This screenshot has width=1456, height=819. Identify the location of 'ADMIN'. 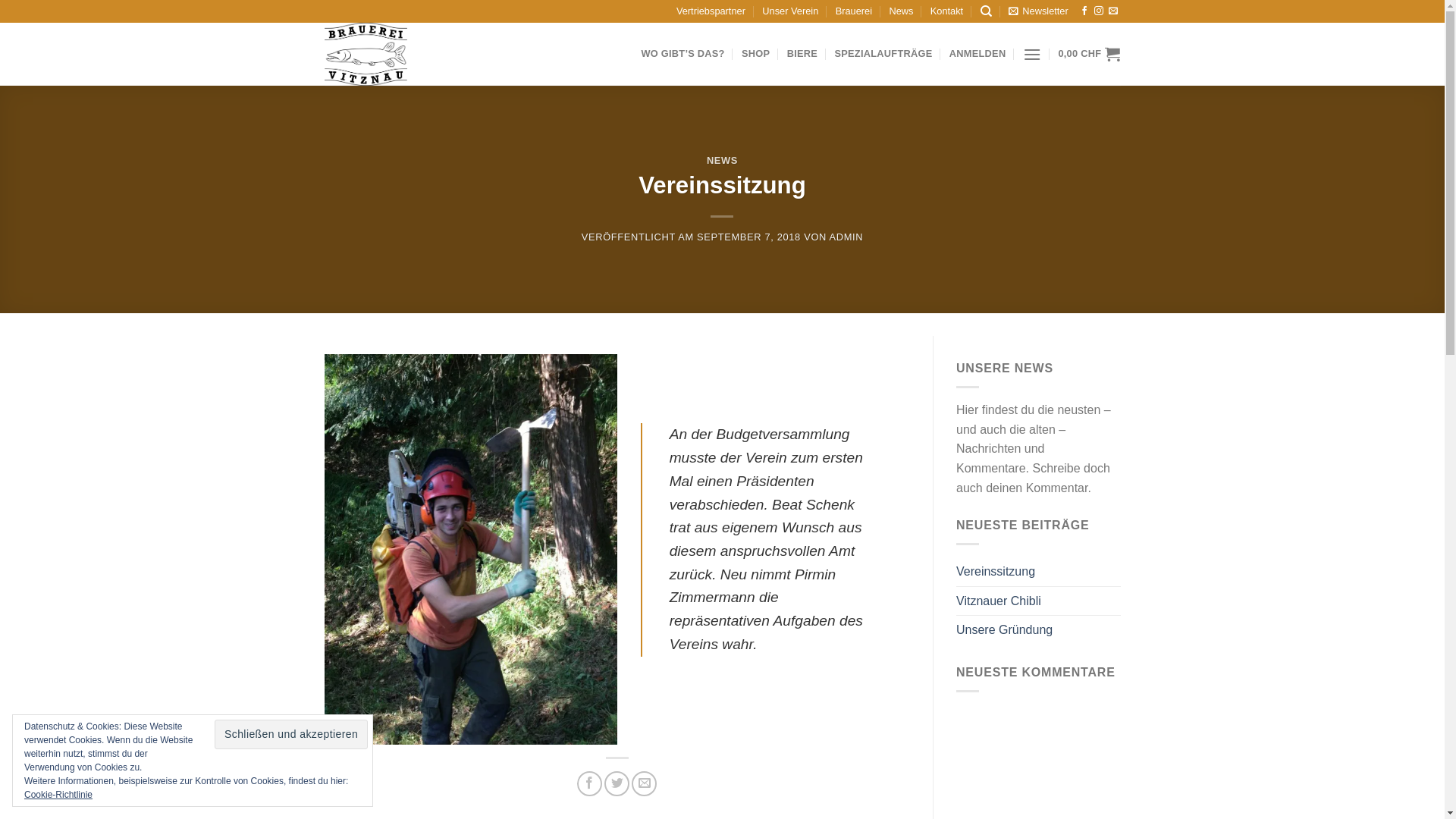
(846, 237).